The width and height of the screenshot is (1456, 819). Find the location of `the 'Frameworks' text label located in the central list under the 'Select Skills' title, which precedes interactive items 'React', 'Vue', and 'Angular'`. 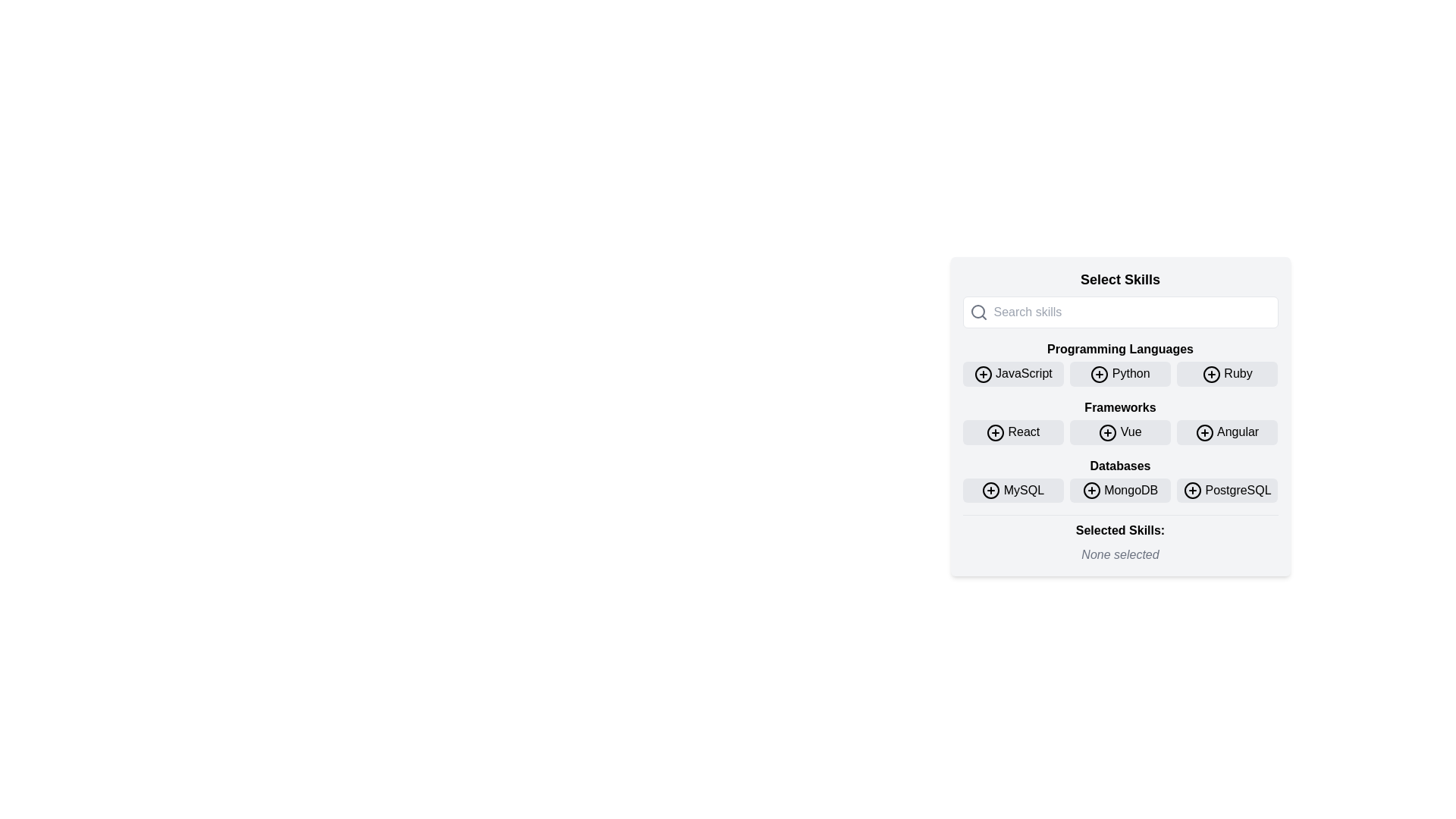

the 'Frameworks' text label located in the central list under the 'Select Skills' title, which precedes interactive items 'React', 'Vue', and 'Angular' is located at coordinates (1120, 406).